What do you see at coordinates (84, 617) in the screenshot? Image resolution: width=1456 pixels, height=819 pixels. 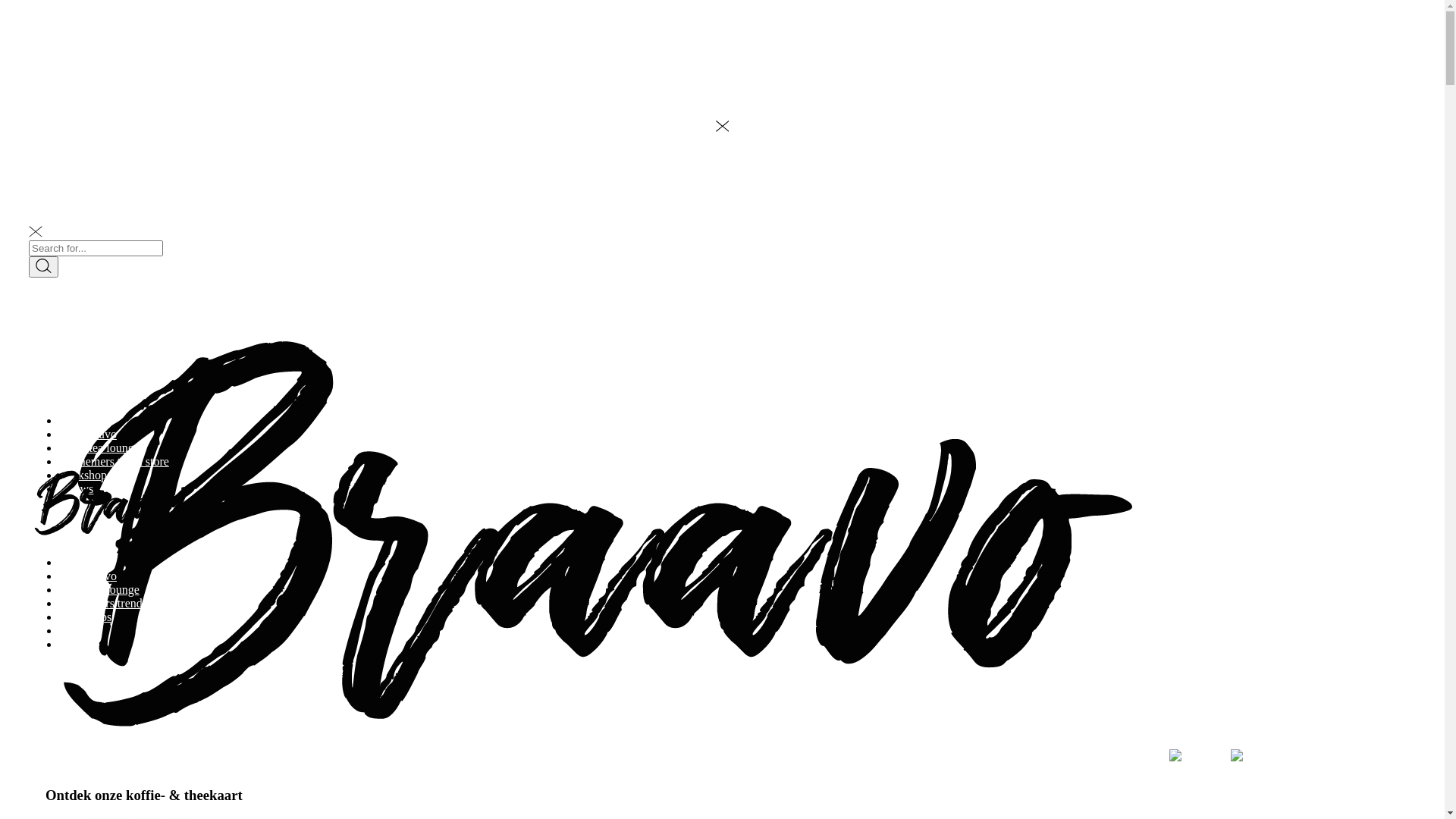 I see `'workshops'` at bounding box center [84, 617].